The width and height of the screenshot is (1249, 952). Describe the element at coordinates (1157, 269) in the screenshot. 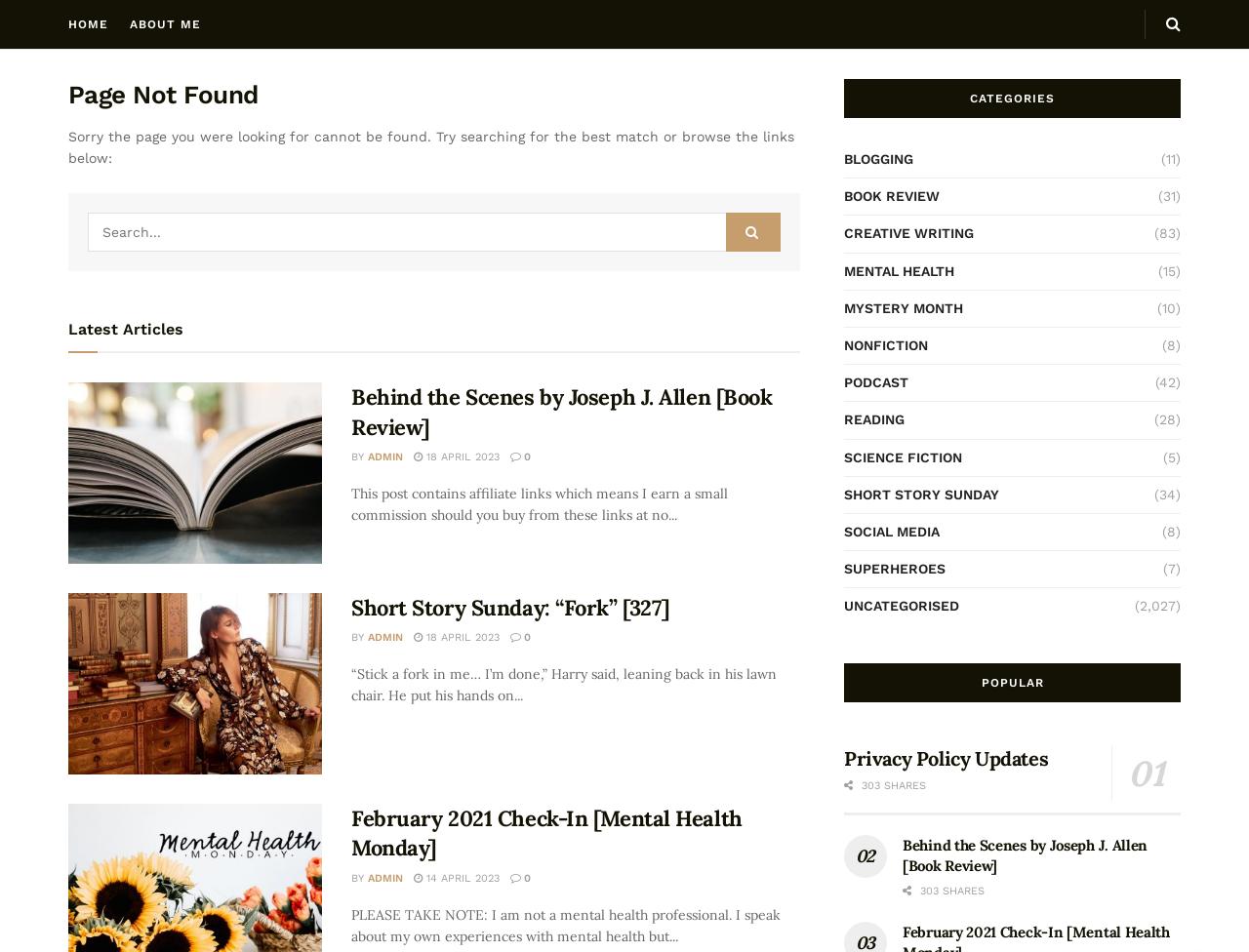

I see `'(15)'` at that location.